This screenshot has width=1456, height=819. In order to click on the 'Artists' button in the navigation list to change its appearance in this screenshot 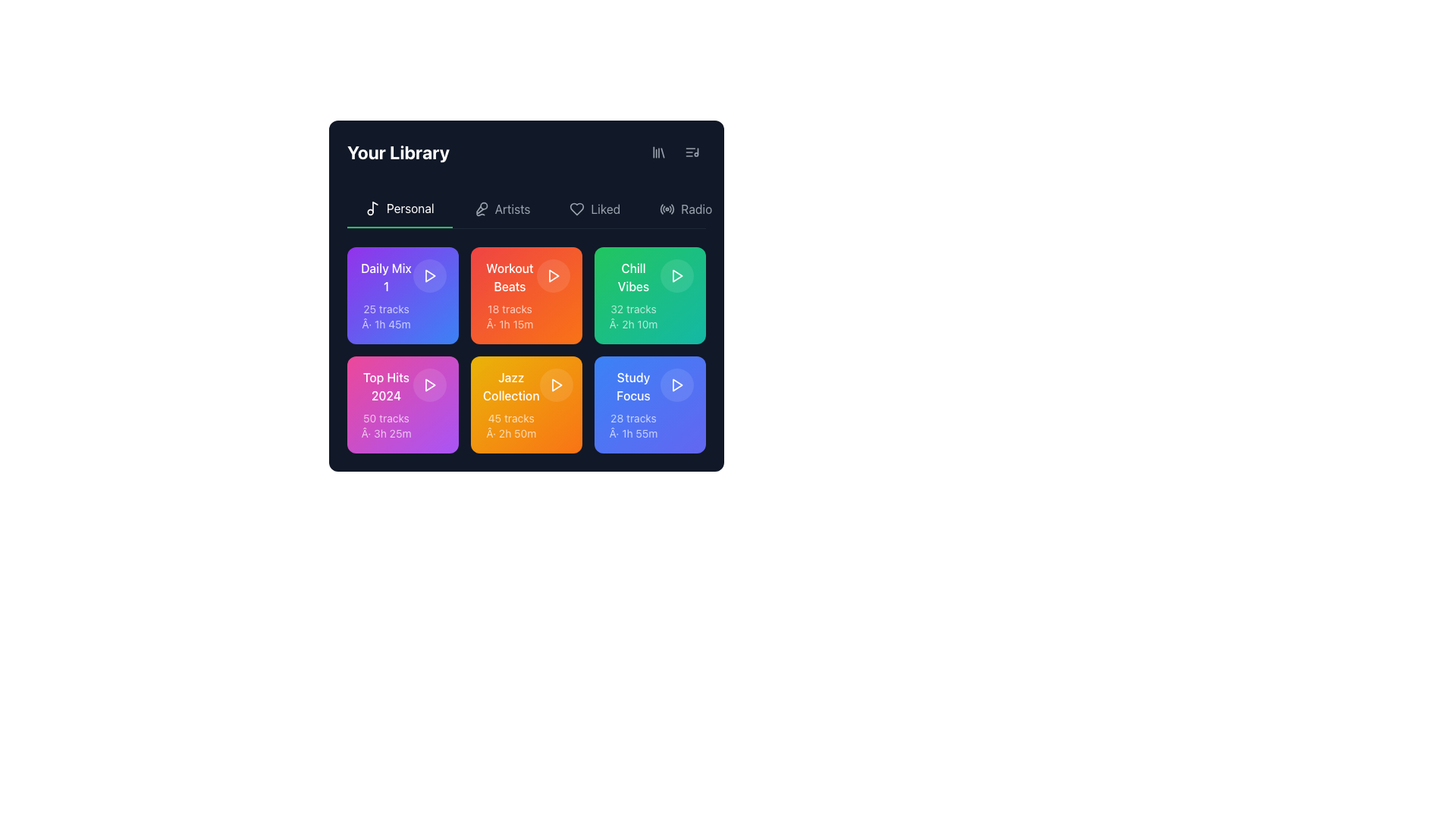, I will do `click(502, 209)`.